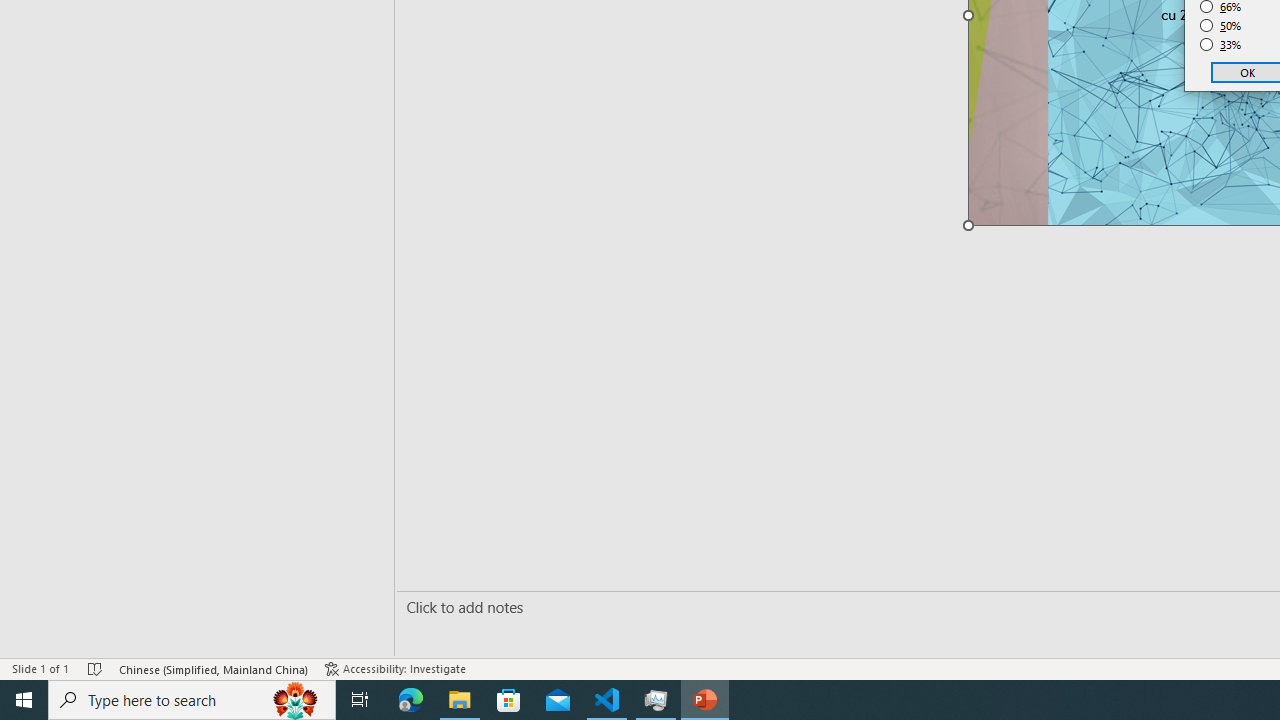  I want to click on 'Type here to search', so click(192, 698).